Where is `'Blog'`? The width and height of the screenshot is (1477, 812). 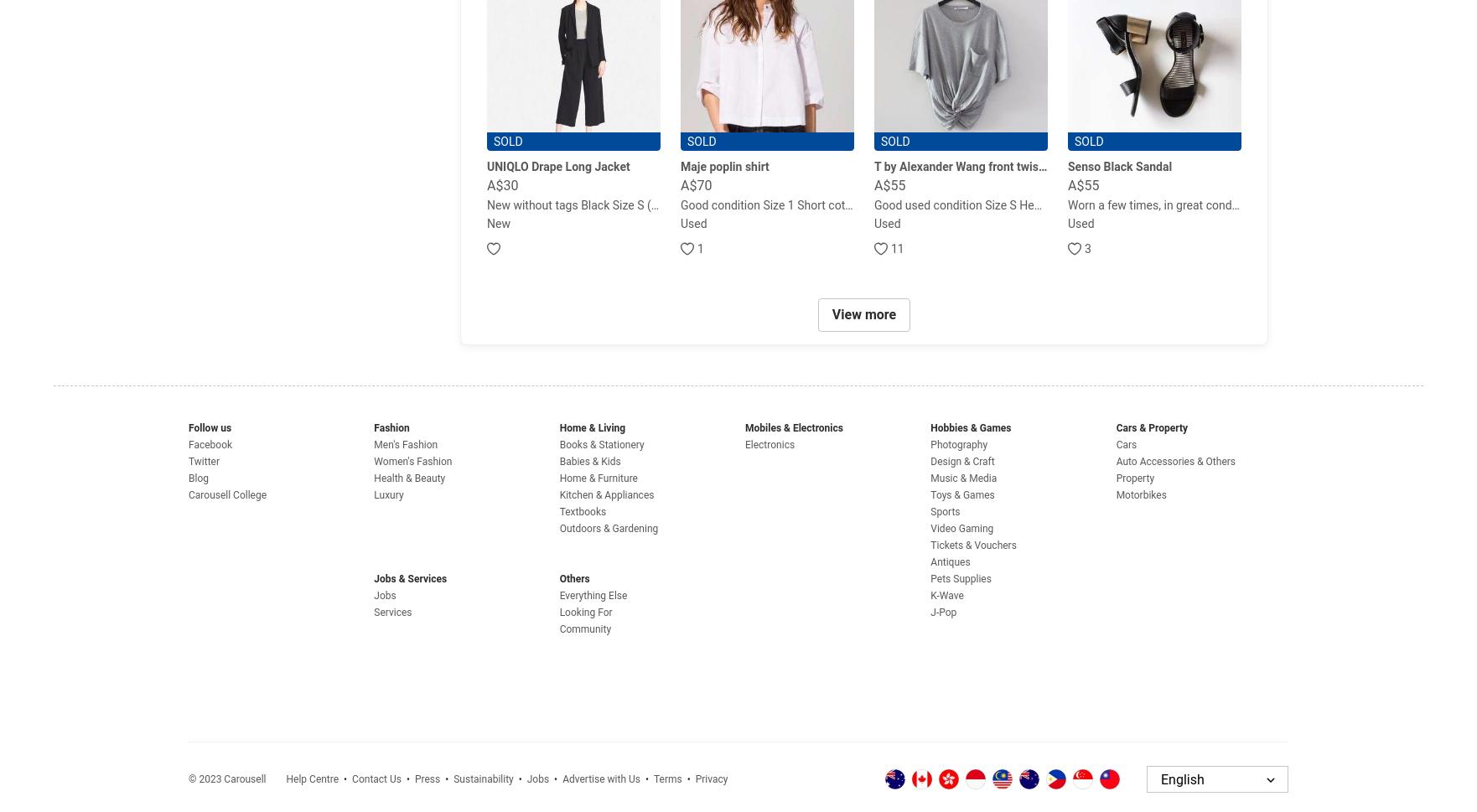 'Blog' is located at coordinates (198, 478).